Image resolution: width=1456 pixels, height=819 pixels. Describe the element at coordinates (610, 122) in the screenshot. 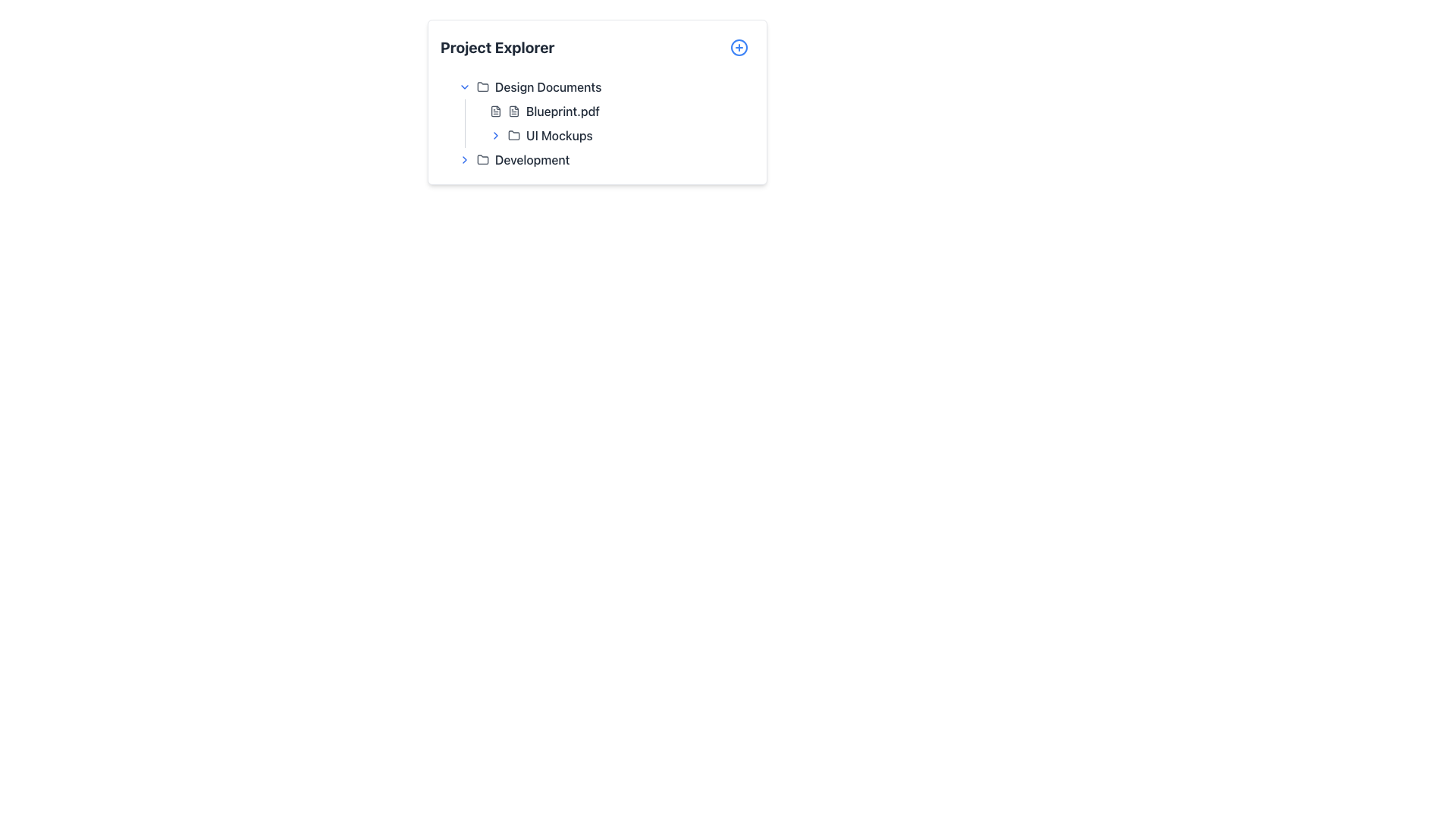

I see `the 'UI Mockups' folder within the 'Design Documents' section of the Project Explorer` at that location.